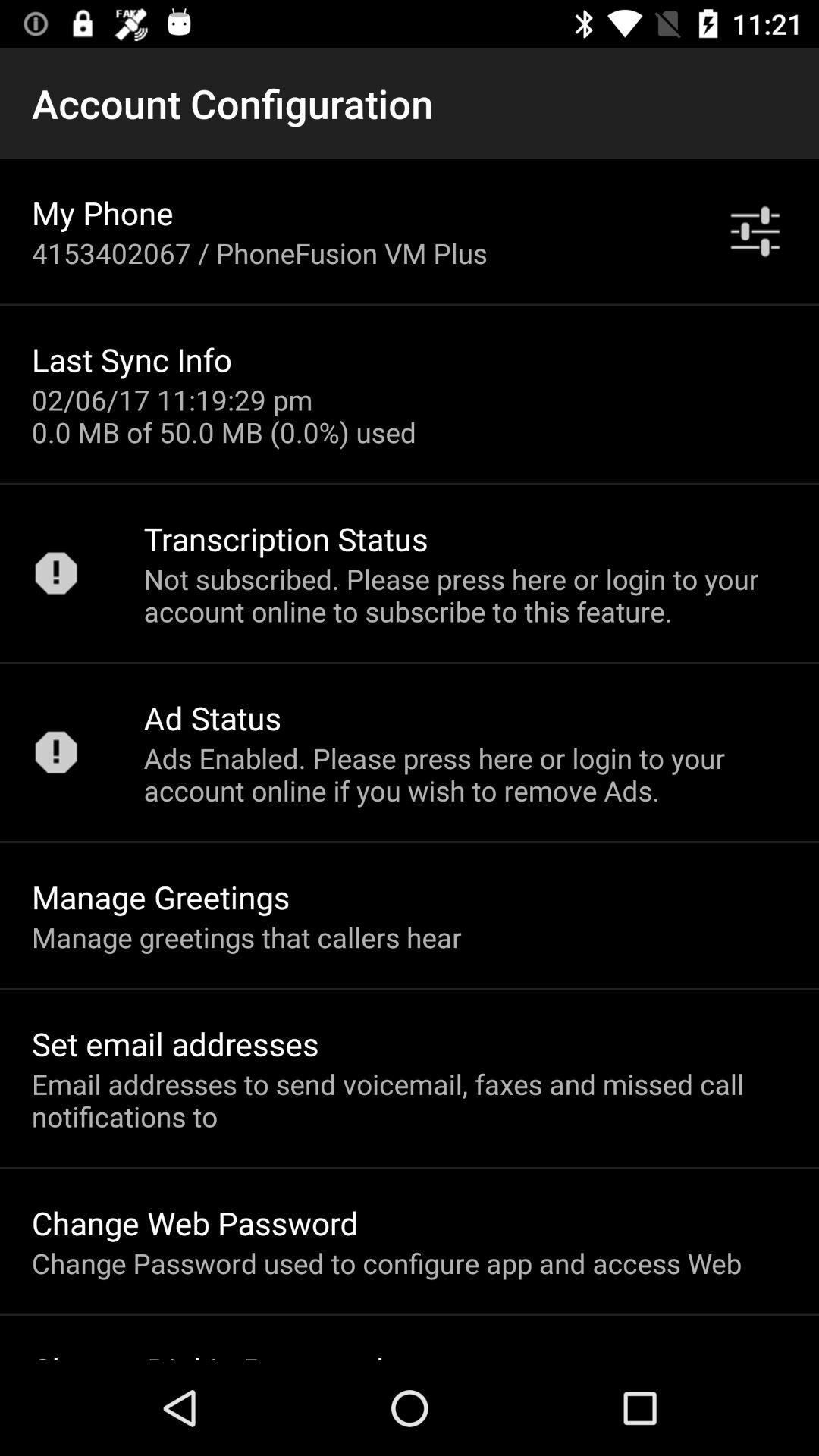 The image size is (819, 1456). I want to click on the item to the right of the 4153402067 phonefusion vm icon, so click(755, 231).